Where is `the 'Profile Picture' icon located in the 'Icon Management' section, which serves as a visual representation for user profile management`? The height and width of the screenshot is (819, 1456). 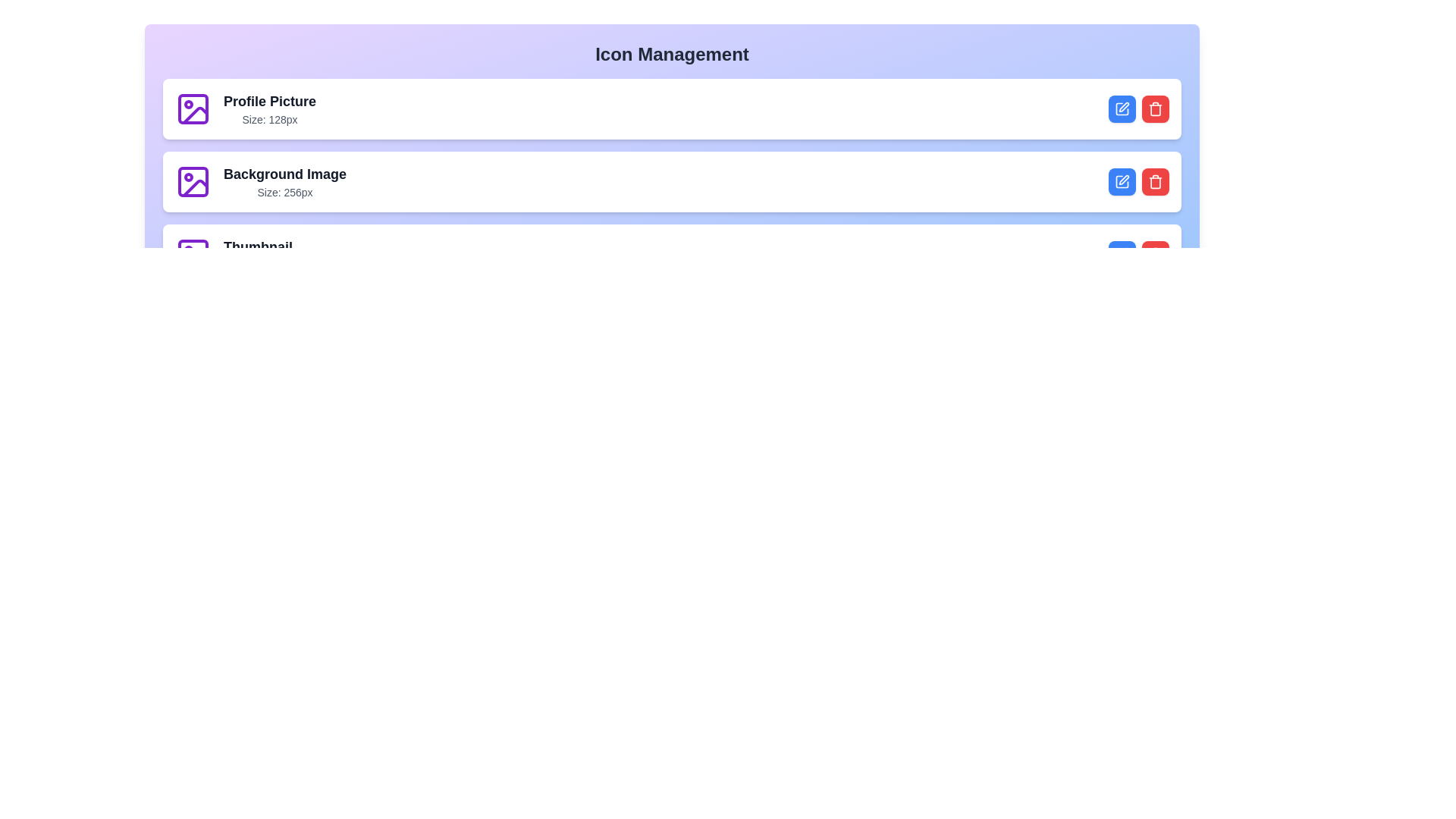 the 'Profile Picture' icon located in the 'Icon Management' section, which serves as a visual representation for user profile management is located at coordinates (192, 108).